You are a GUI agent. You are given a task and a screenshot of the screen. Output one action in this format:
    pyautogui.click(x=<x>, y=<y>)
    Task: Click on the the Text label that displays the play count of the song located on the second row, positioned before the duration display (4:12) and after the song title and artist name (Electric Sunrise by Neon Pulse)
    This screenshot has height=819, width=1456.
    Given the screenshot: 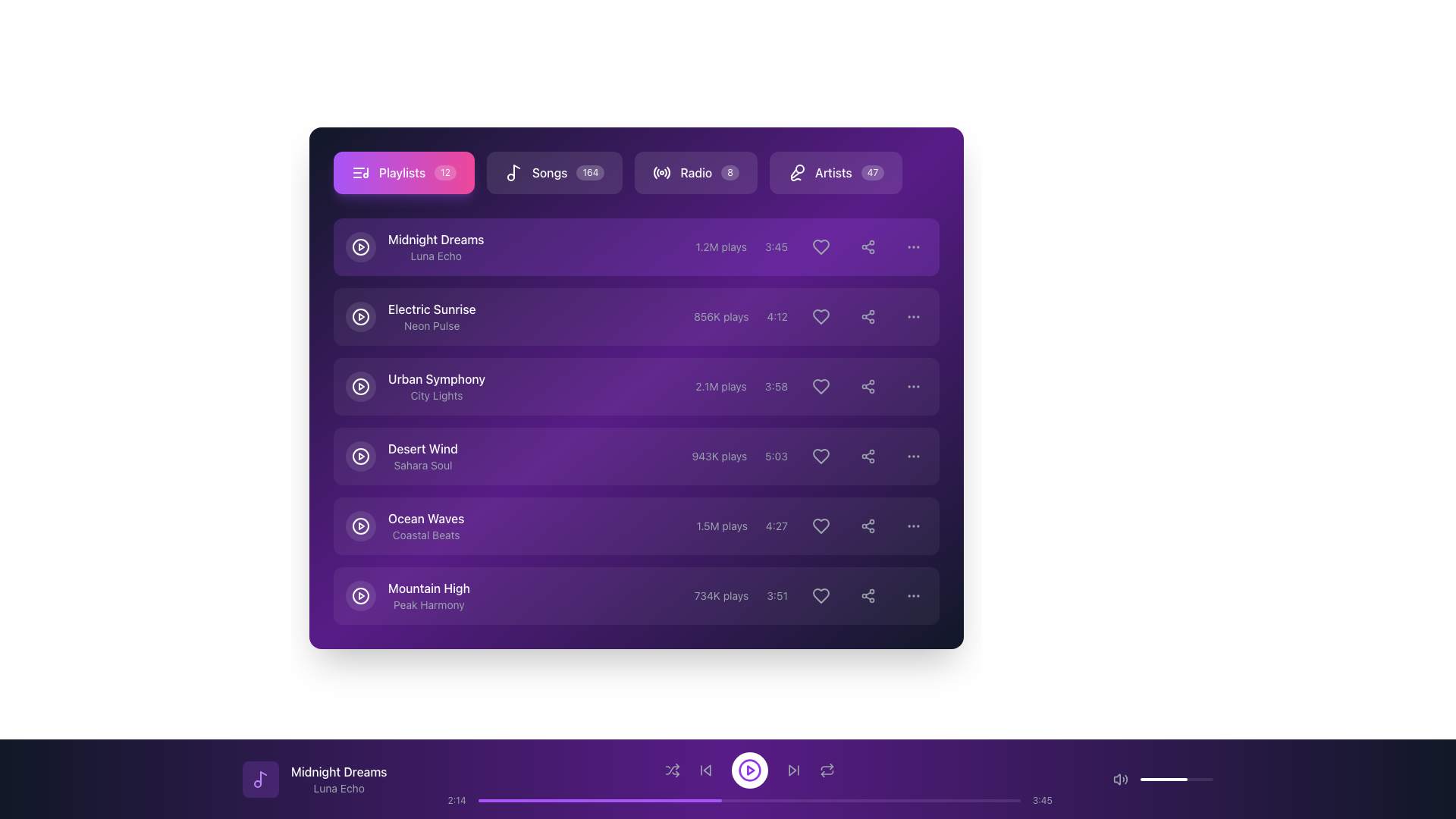 What is the action you would take?
    pyautogui.click(x=720, y=315)
    